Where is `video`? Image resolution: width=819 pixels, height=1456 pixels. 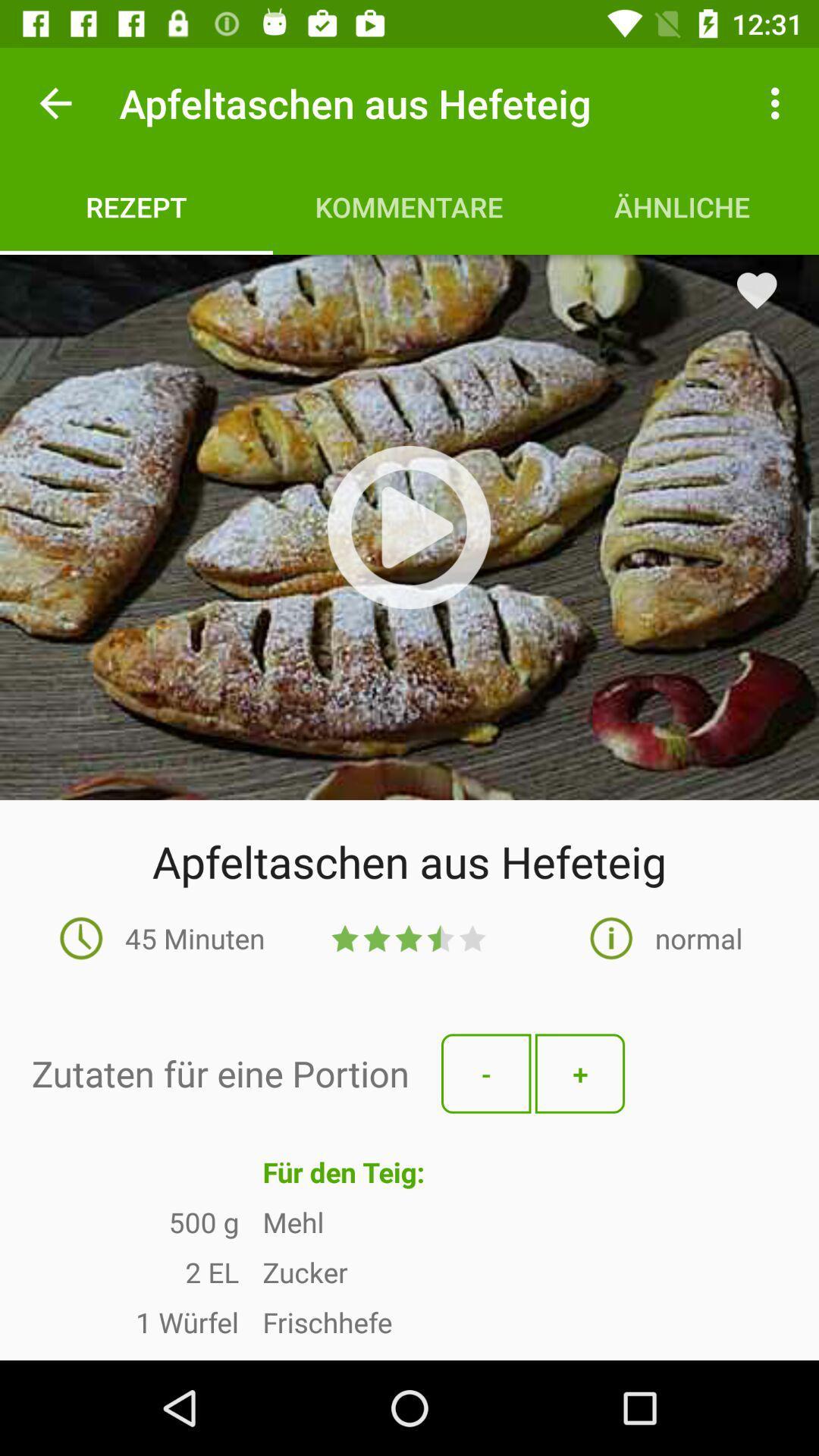
video is located at coordinates (409, 527).